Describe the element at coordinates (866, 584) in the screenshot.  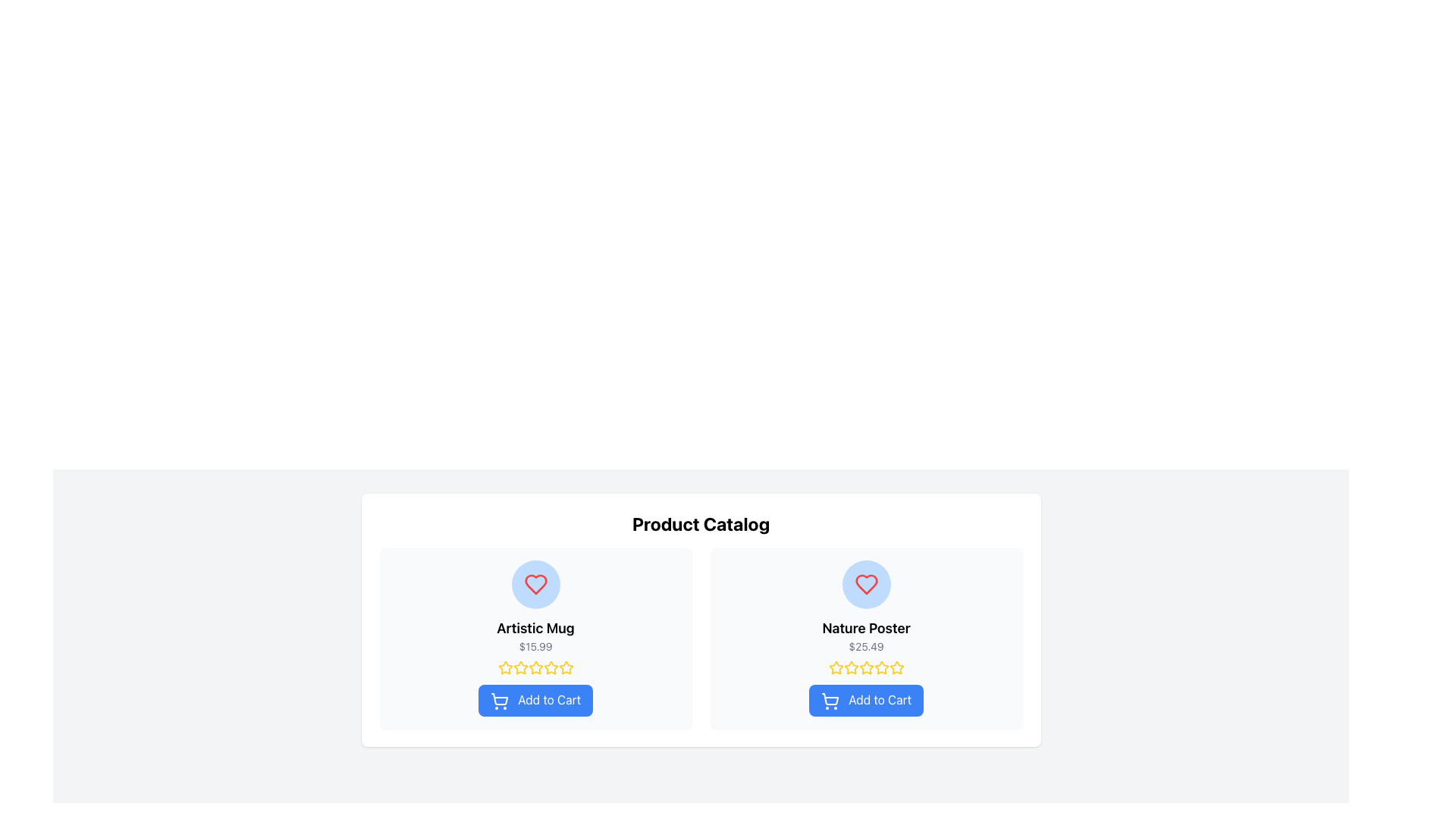
I see `the circular blue button with a red outlined heart icon located in the upper part of the 'Nature Poster' product card` at that location.